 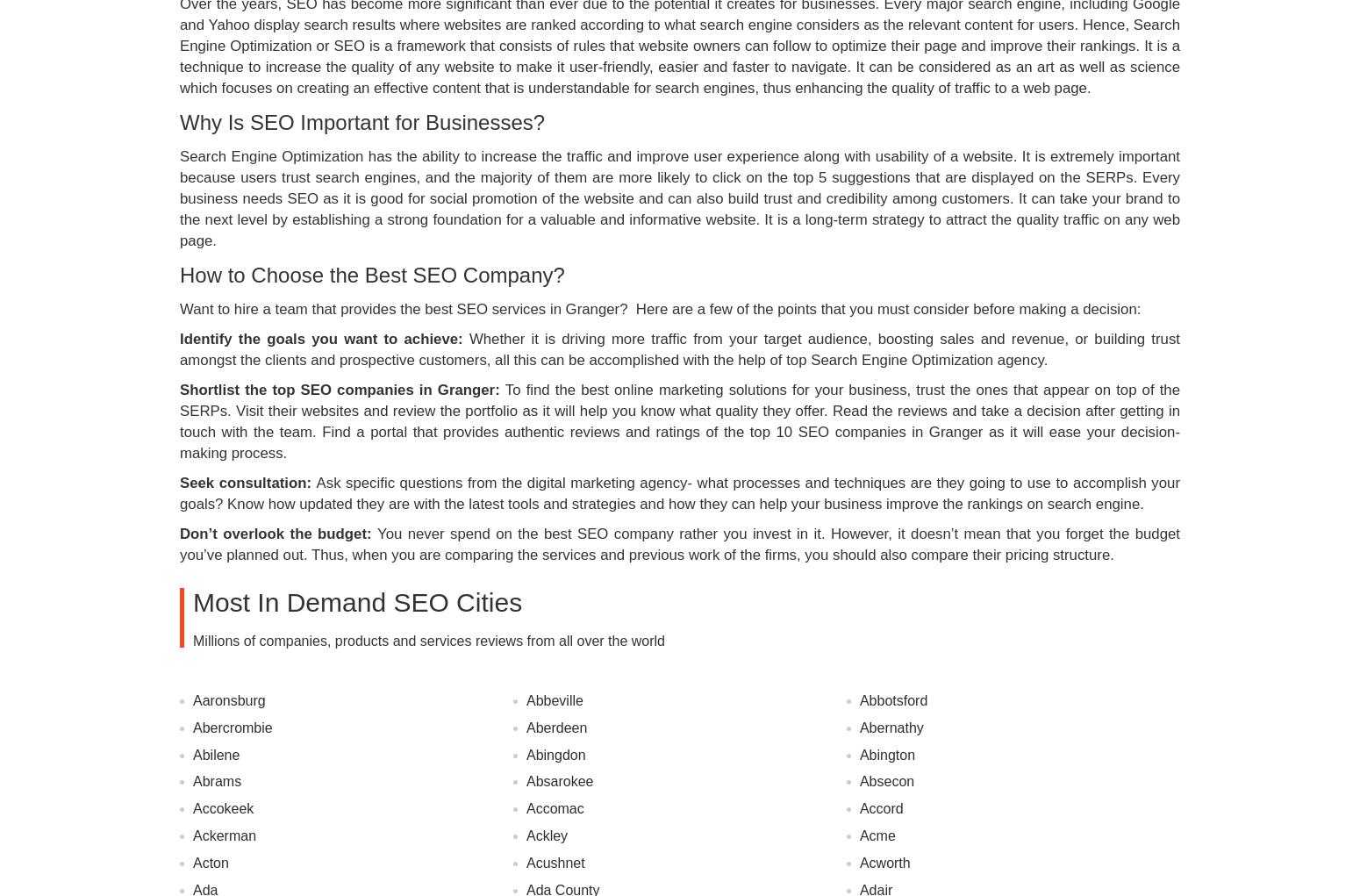 I want to click on 'Ackley', so click(x=545, y=835).